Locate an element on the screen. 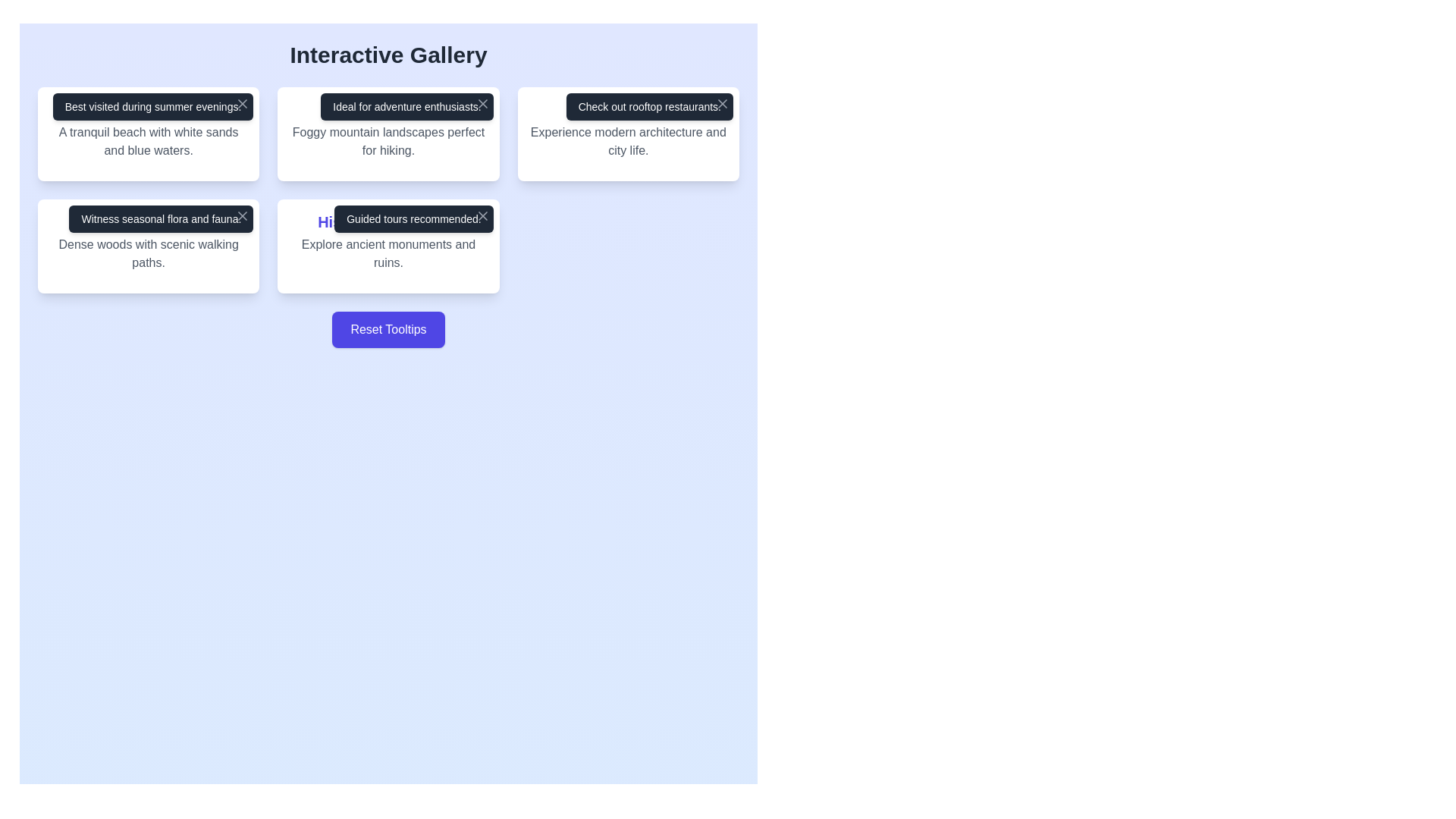 This screenshot has height=819, width=1456. the content of the Informational Tooltip located at the top-right corner of the 'Historic Landmarks' card is located at coordinates (413, 219).